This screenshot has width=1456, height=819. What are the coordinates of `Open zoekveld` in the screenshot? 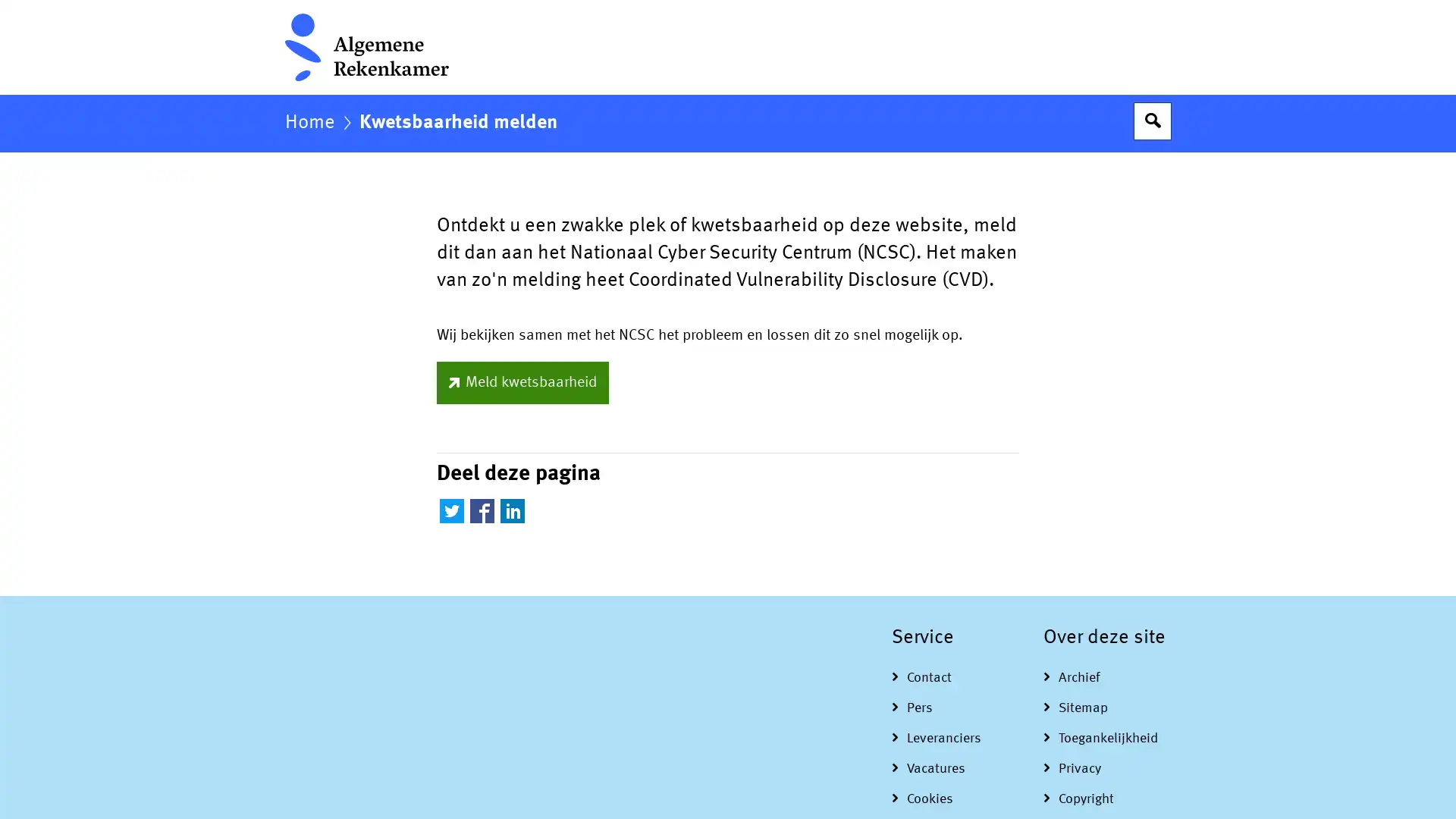 It's located at (1153, 120).